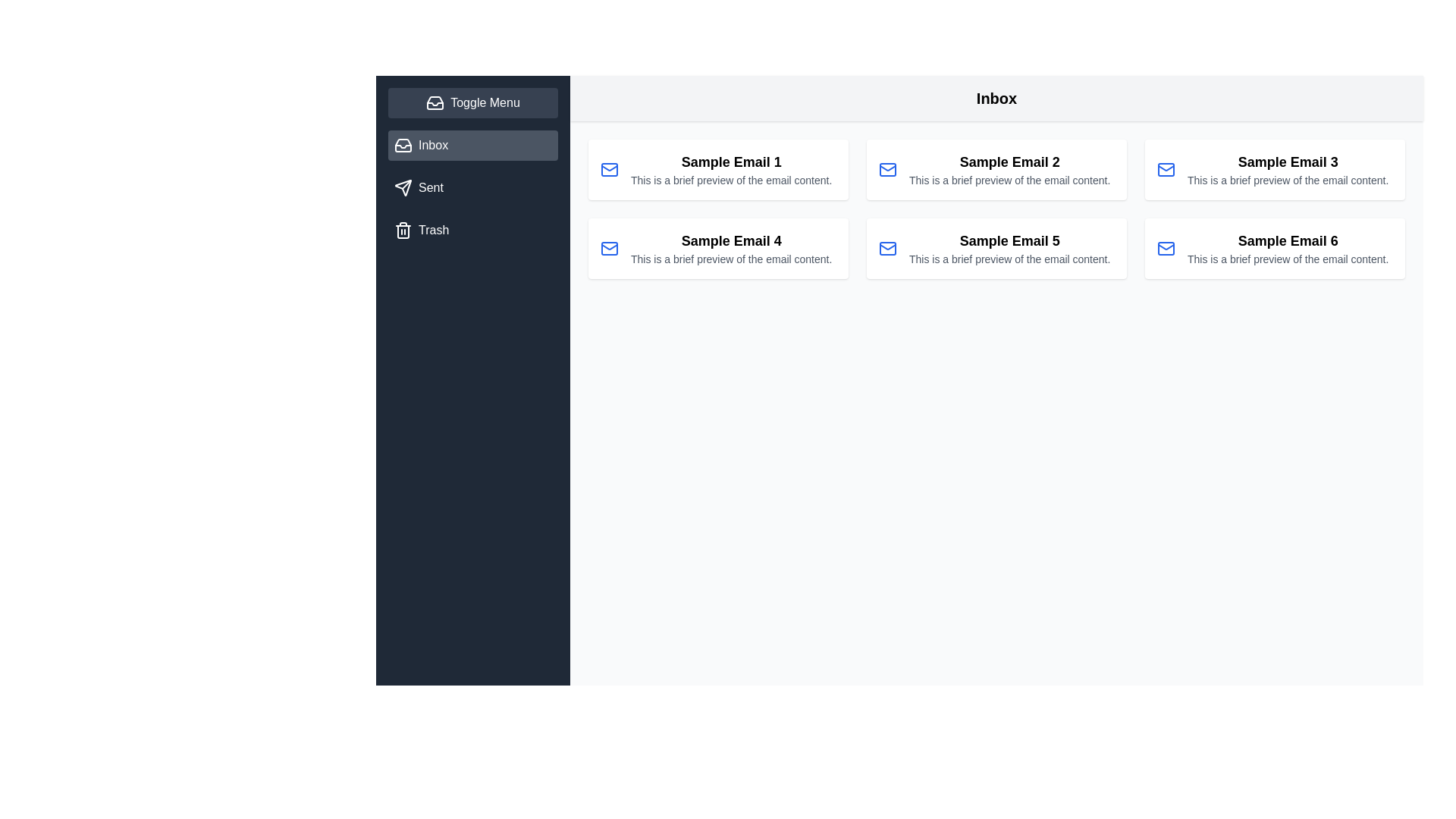 Image resolution: width=1456 pixels, height=819 pixels. Describe the element at coordinates (1287, 247) in the screenshot. I see `the sixth email preview item in the 'Inbox' section` at that location.